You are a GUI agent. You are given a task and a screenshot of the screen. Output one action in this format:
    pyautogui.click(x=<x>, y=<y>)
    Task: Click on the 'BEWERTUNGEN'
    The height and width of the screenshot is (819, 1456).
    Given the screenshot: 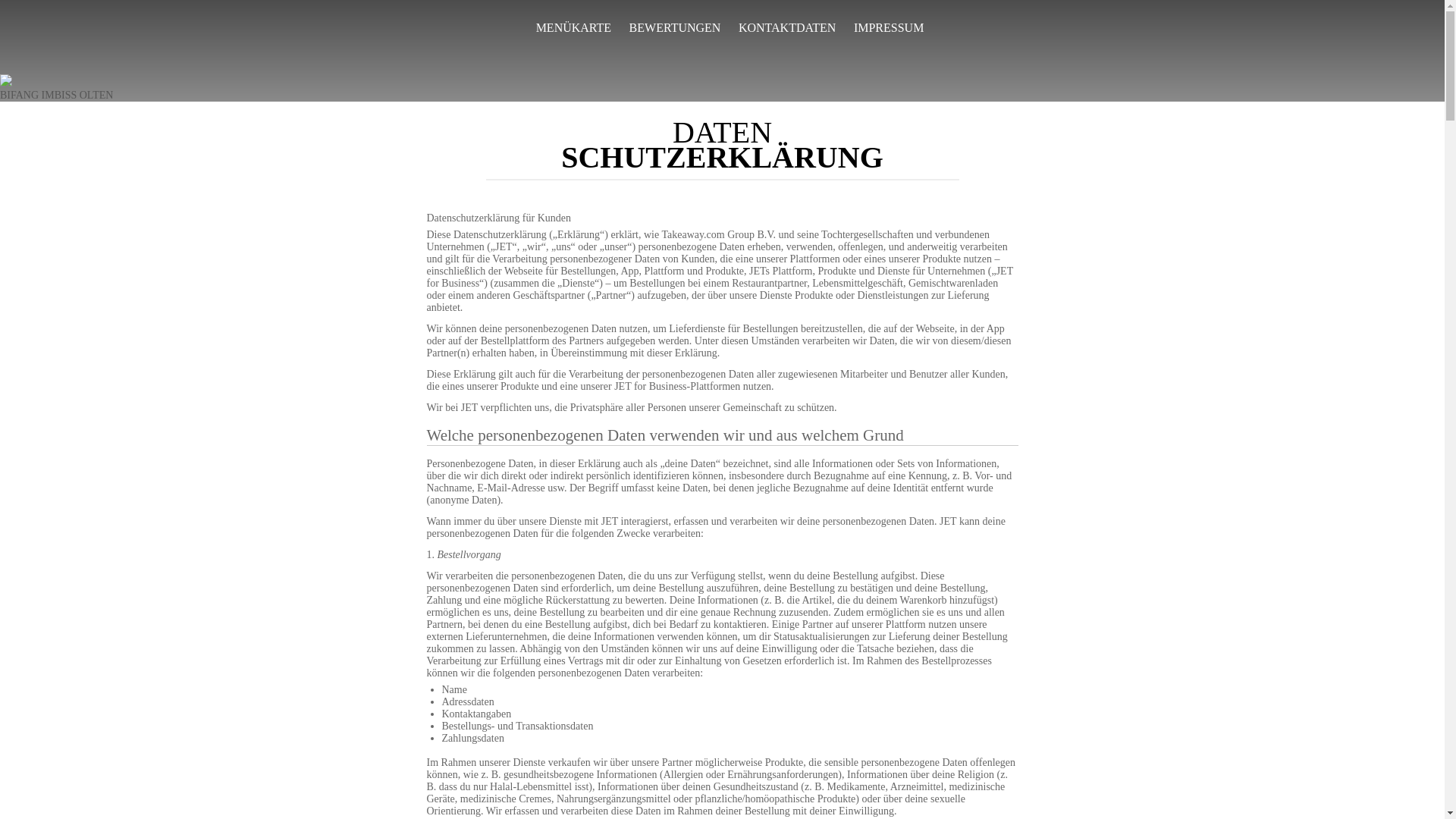 What is the action you would take?
    pyautogui.click(x=674, y=28)
    